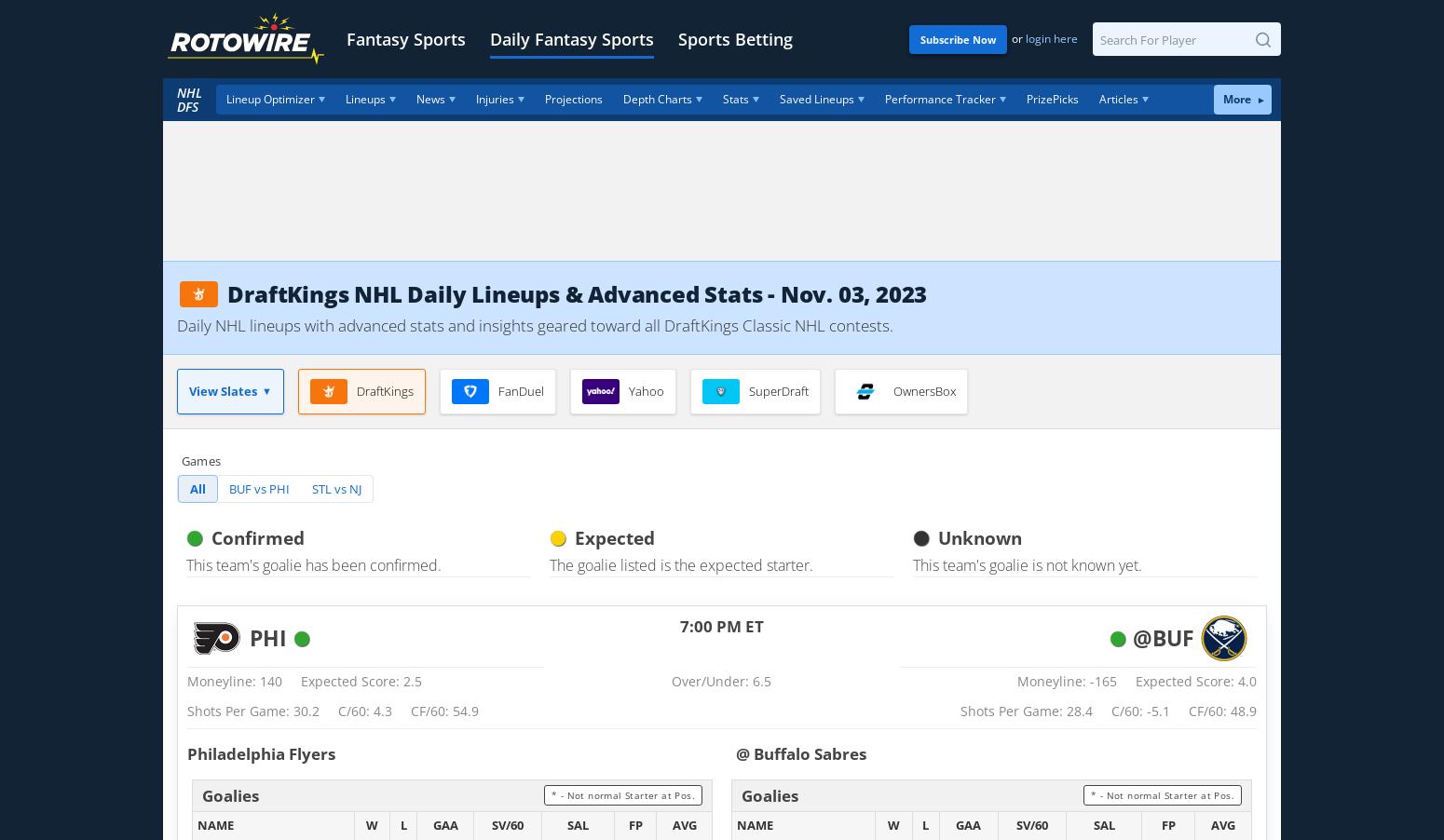 The width and height of the screenshot is (1444, 840). Describe the element at coordinates (1015, 680) in the screenshot. I see `'Moneyline: -165							   
							Expected Score: 4.0'` at that location.